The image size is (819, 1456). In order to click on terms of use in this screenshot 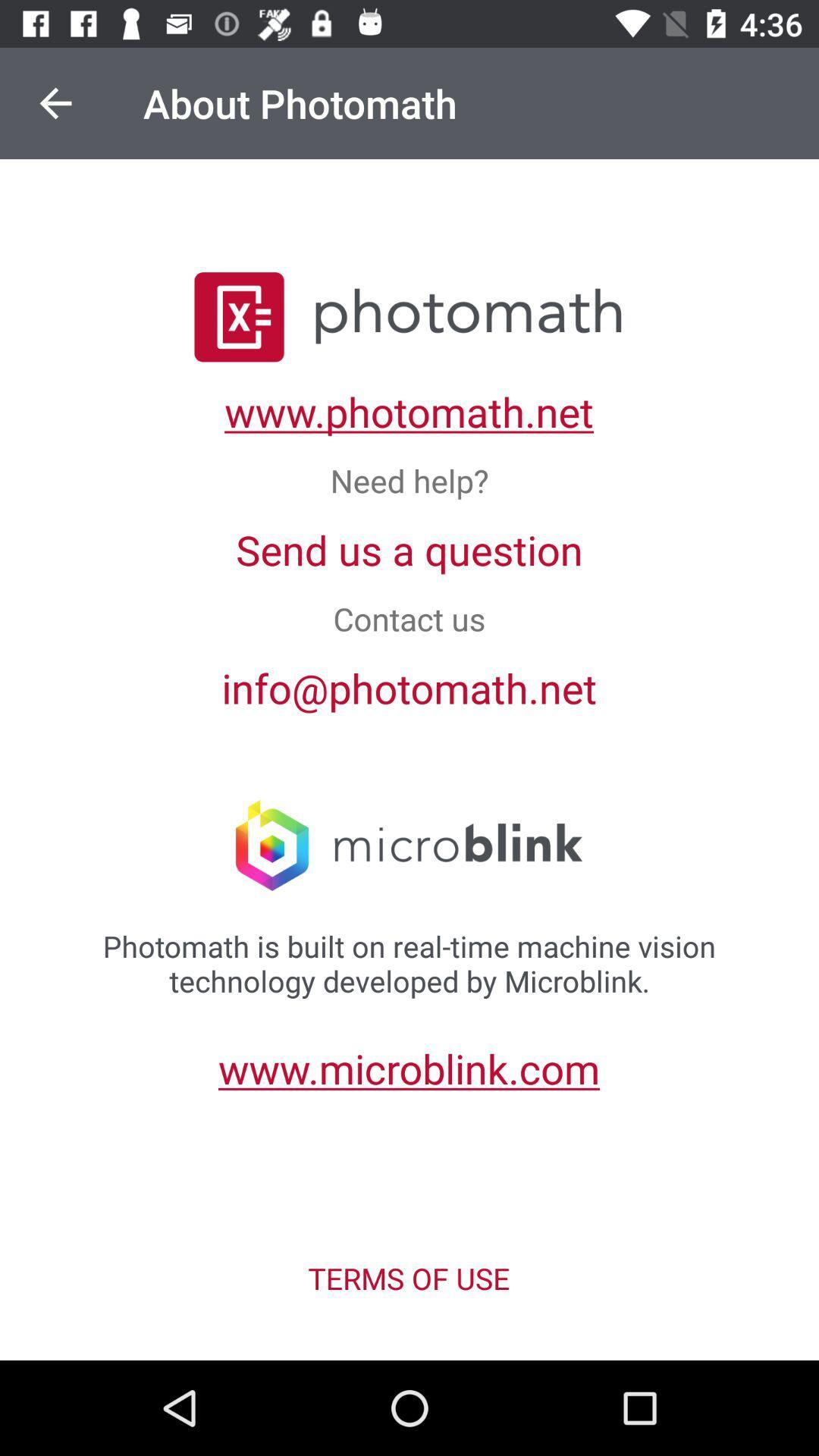, I will do `click(409, 1277)`.